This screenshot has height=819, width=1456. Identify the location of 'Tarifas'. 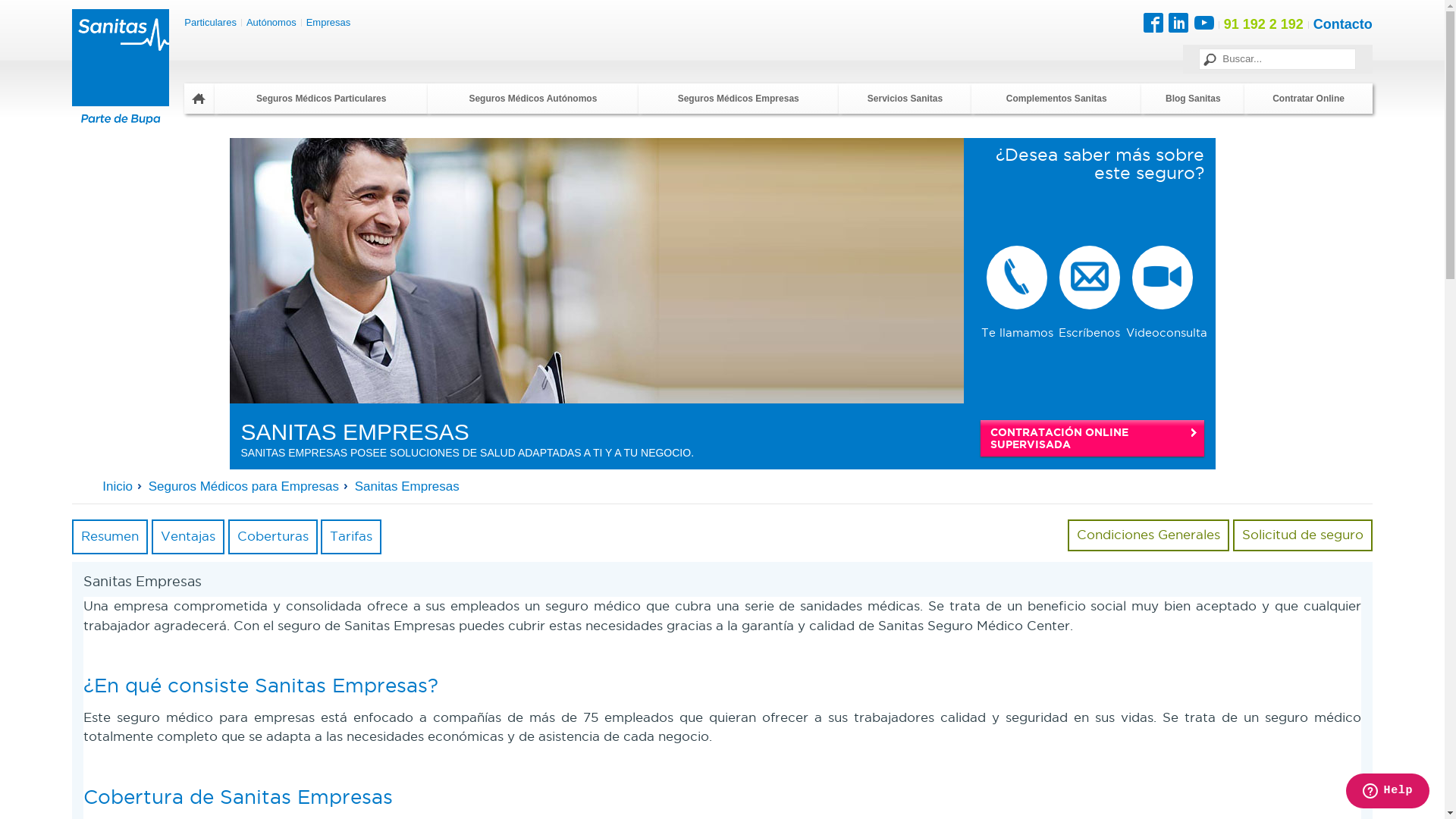
(350, 536).